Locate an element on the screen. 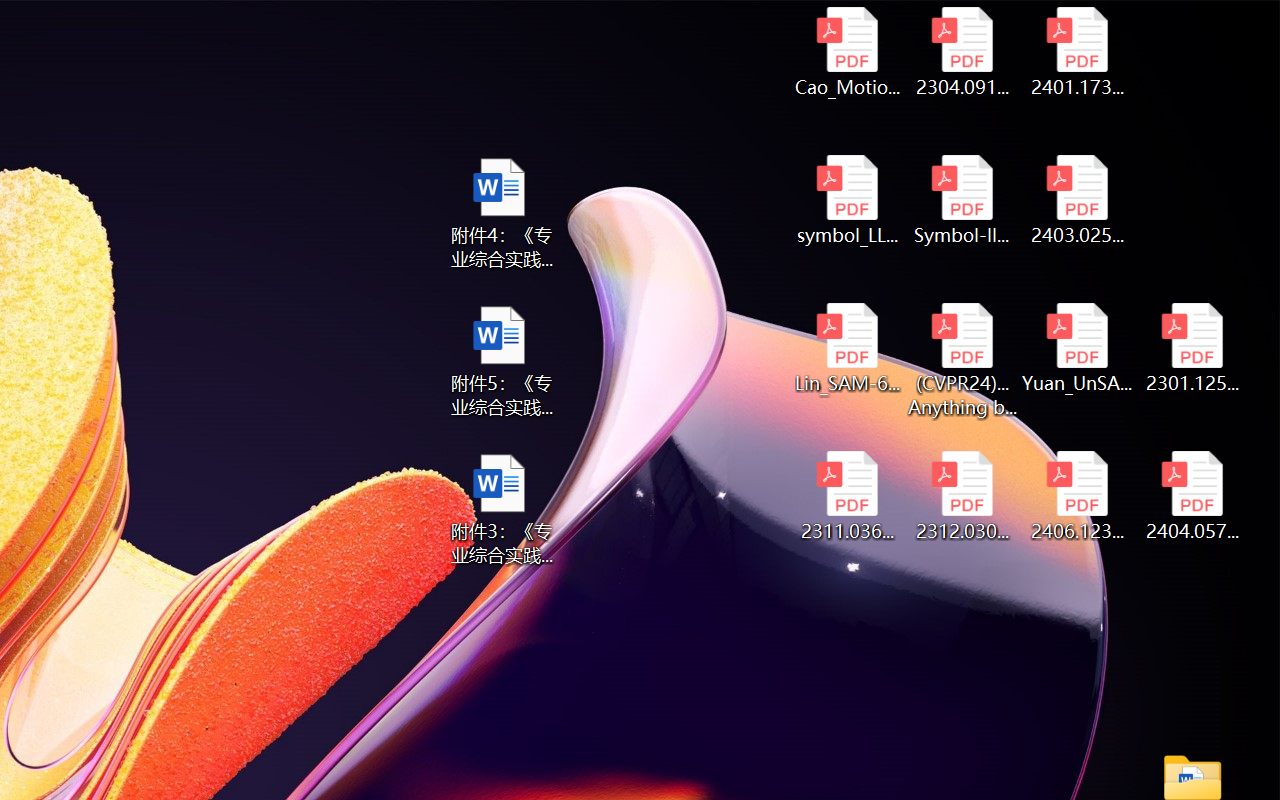 This screenshot has width=1280, height=800. 'symbol_LLM.pdf' is located at coordinates (847, 200).